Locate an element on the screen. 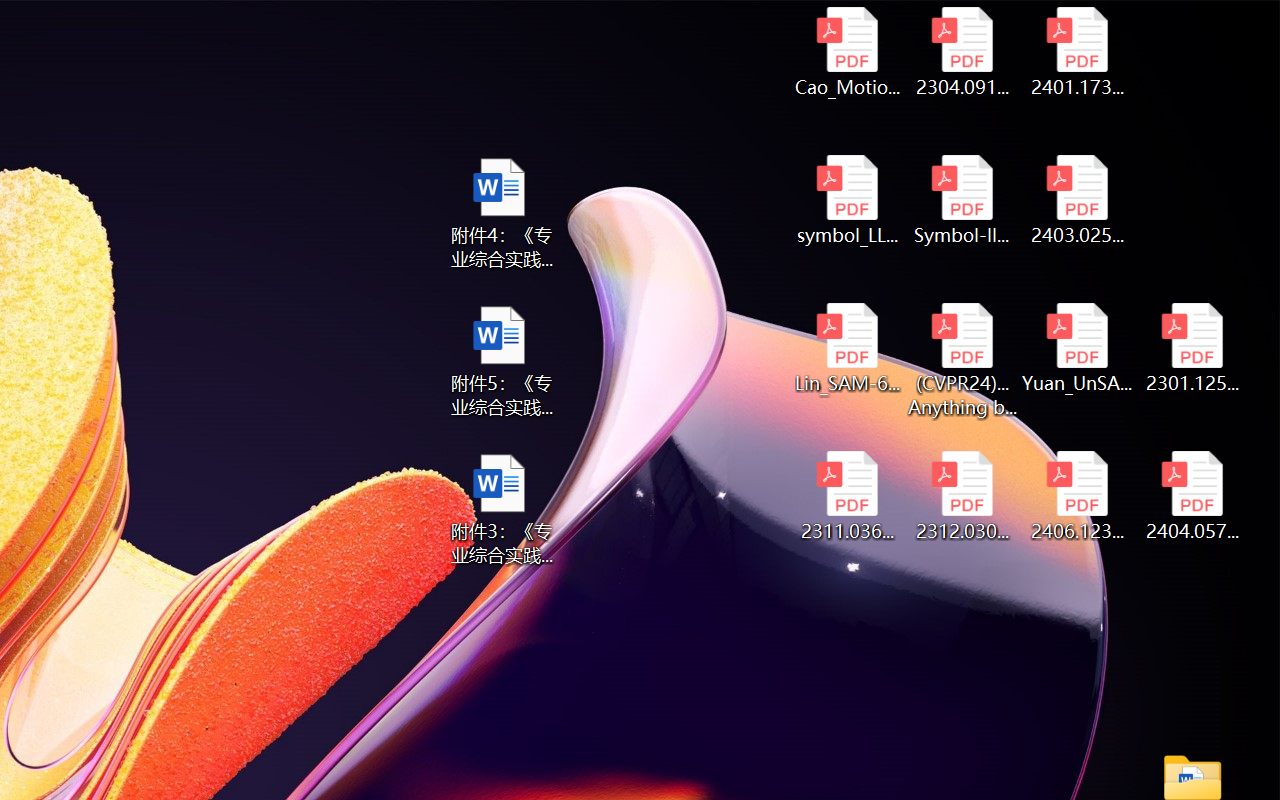 This screenshot has width=1280, height=800. 'symbol_LLM.pdf' is located at coordinates (847, 200).